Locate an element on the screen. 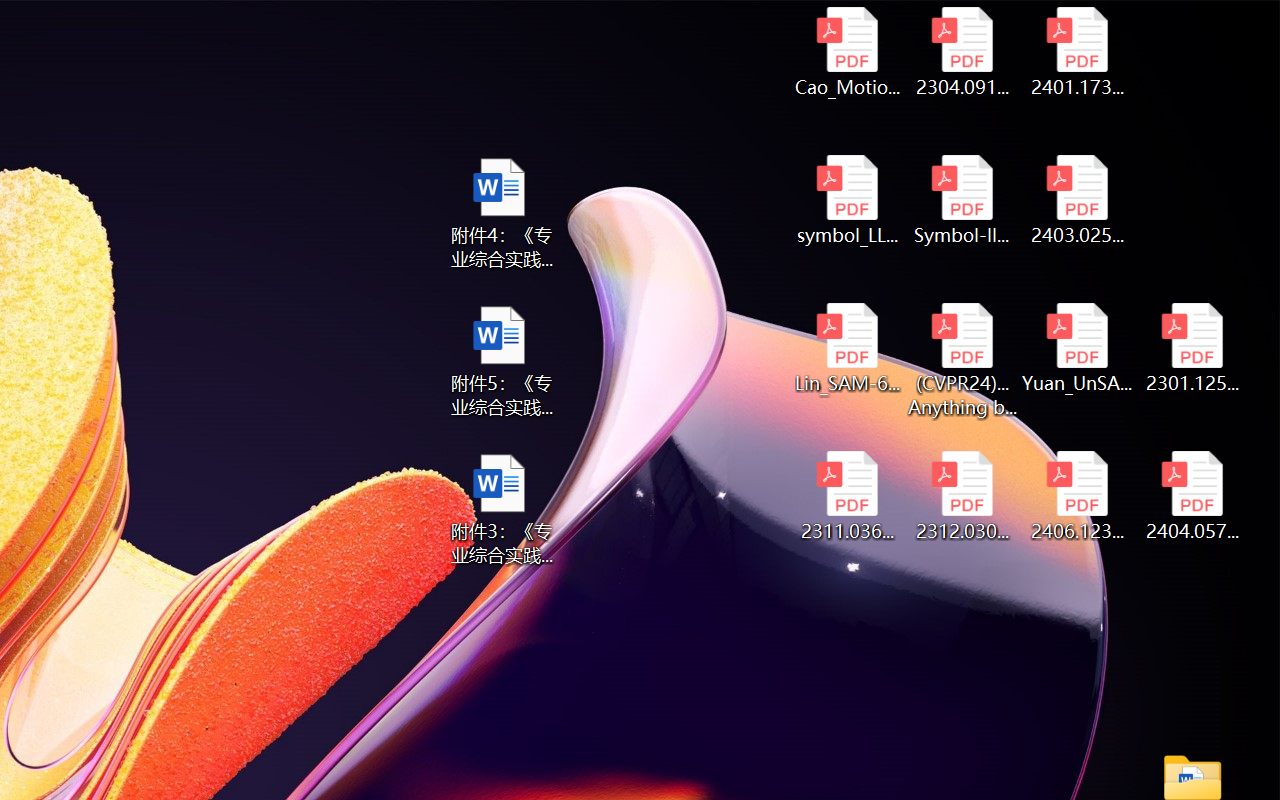 This screenshot has width=1280, height=800. 'symbol_LLM.pdf' is located at coordinates (847, 200).